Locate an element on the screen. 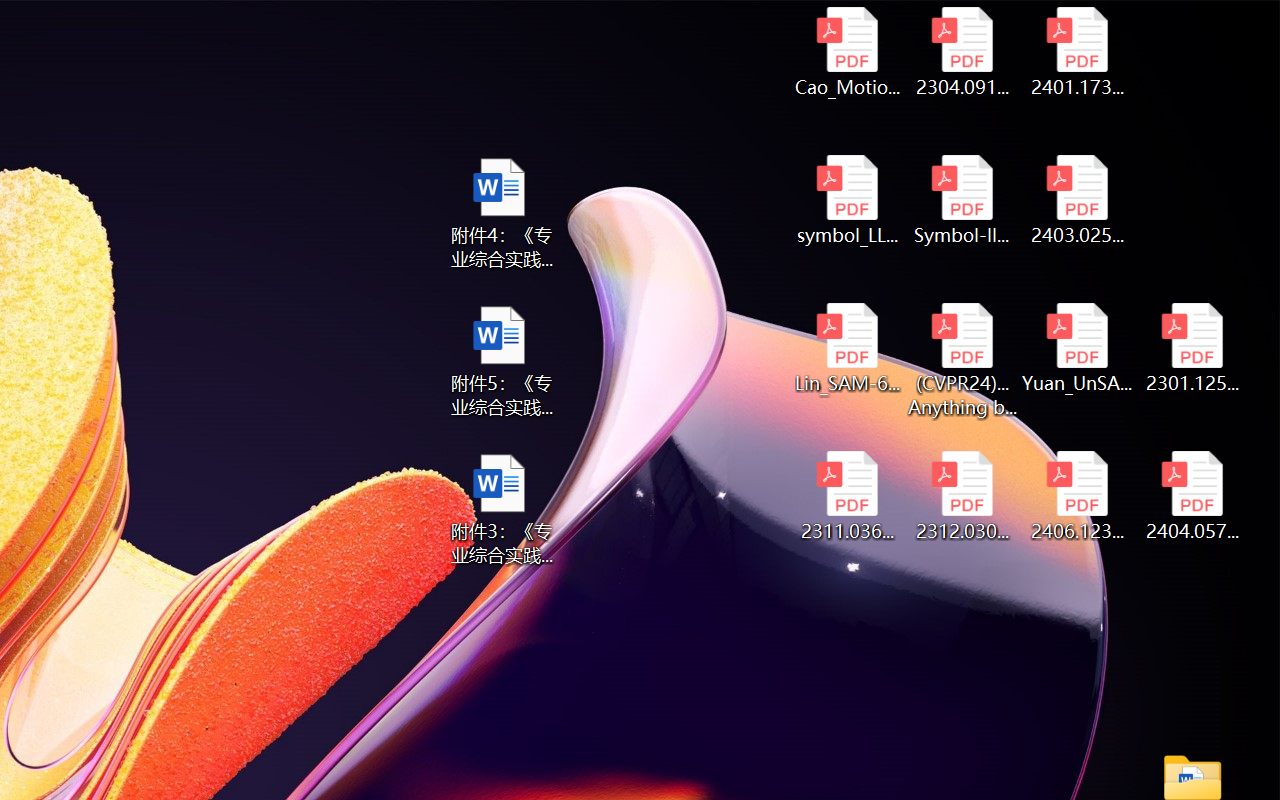 This screenshot has width=1280, height=800. 'symbol_LLM.pdf' is located at coordinates (847, 200).